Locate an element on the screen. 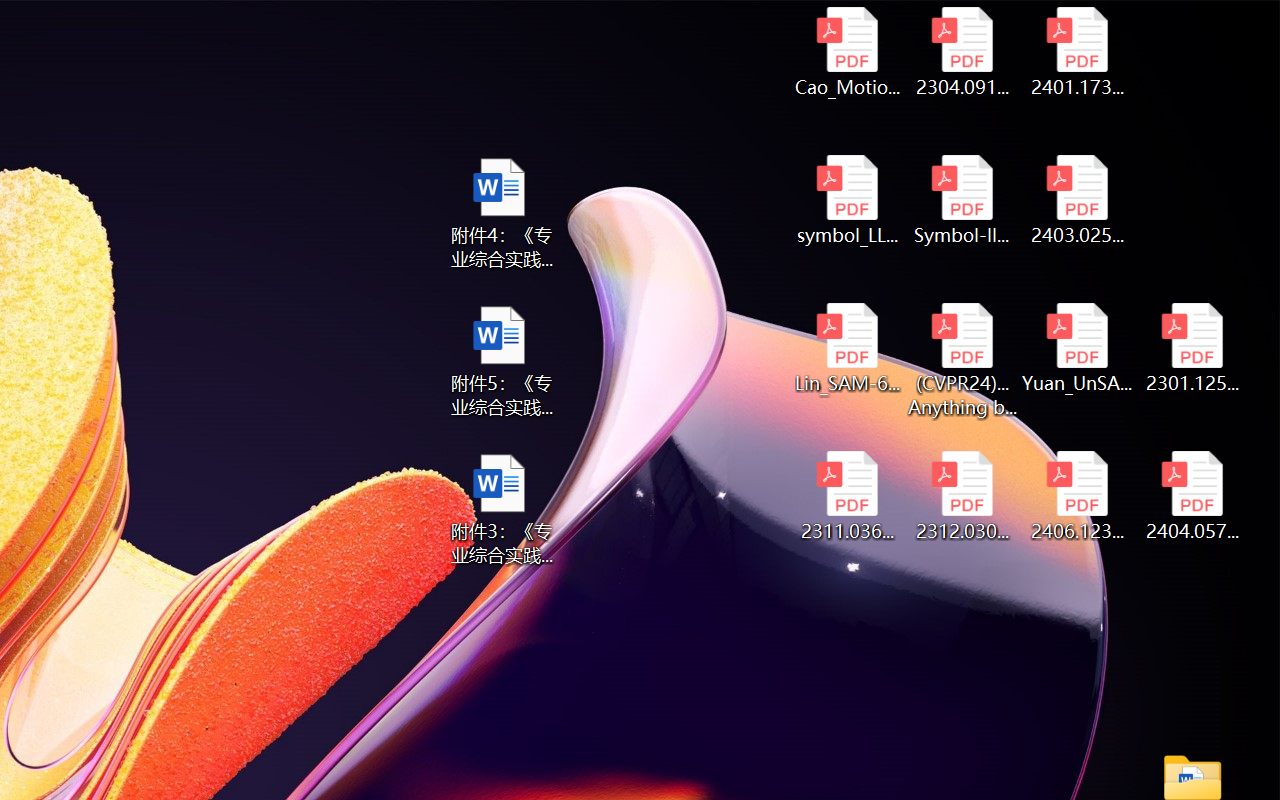 This screenshot has width=1280, height=800. 'symbol_LLM.pdf' is located at coordinates (847, 200).